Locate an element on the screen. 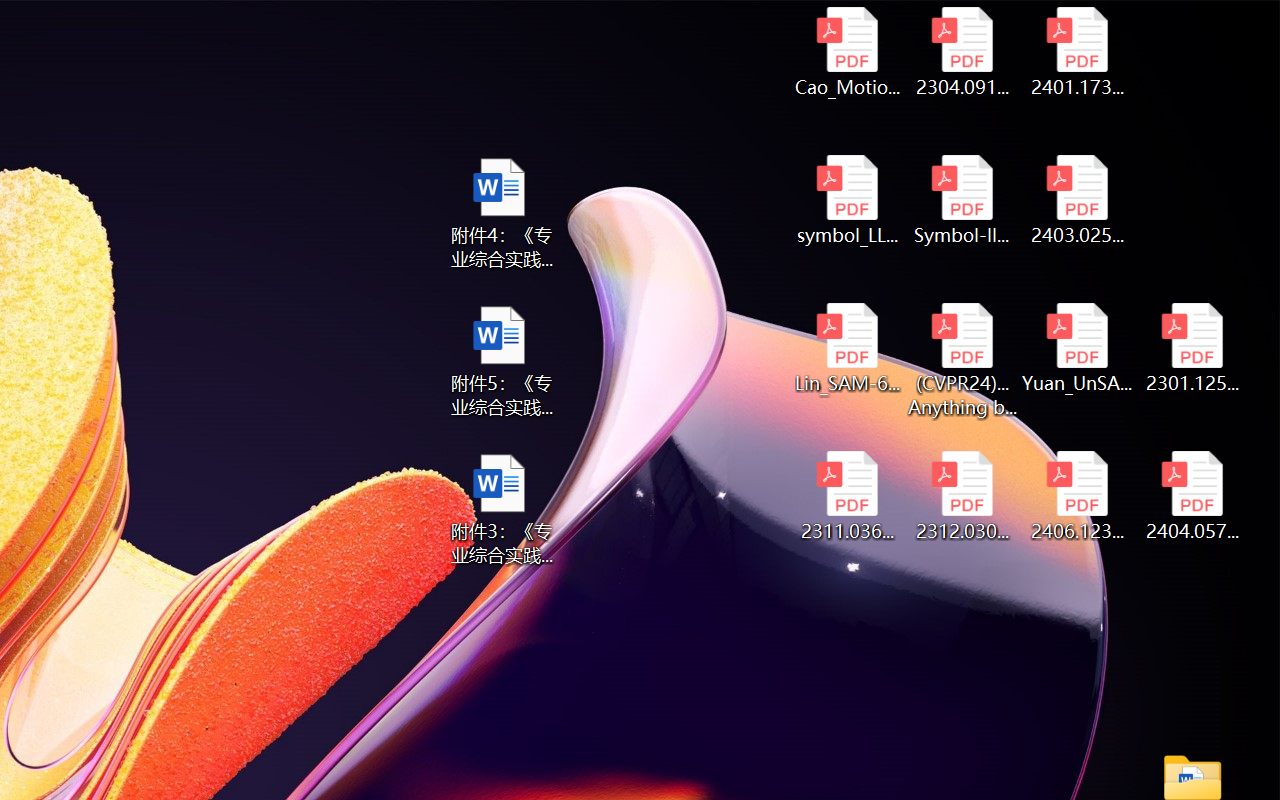 This screenshot has width=1280, height=800. 'symbol_LLM.pdf' is located at coordinates (847, 200).